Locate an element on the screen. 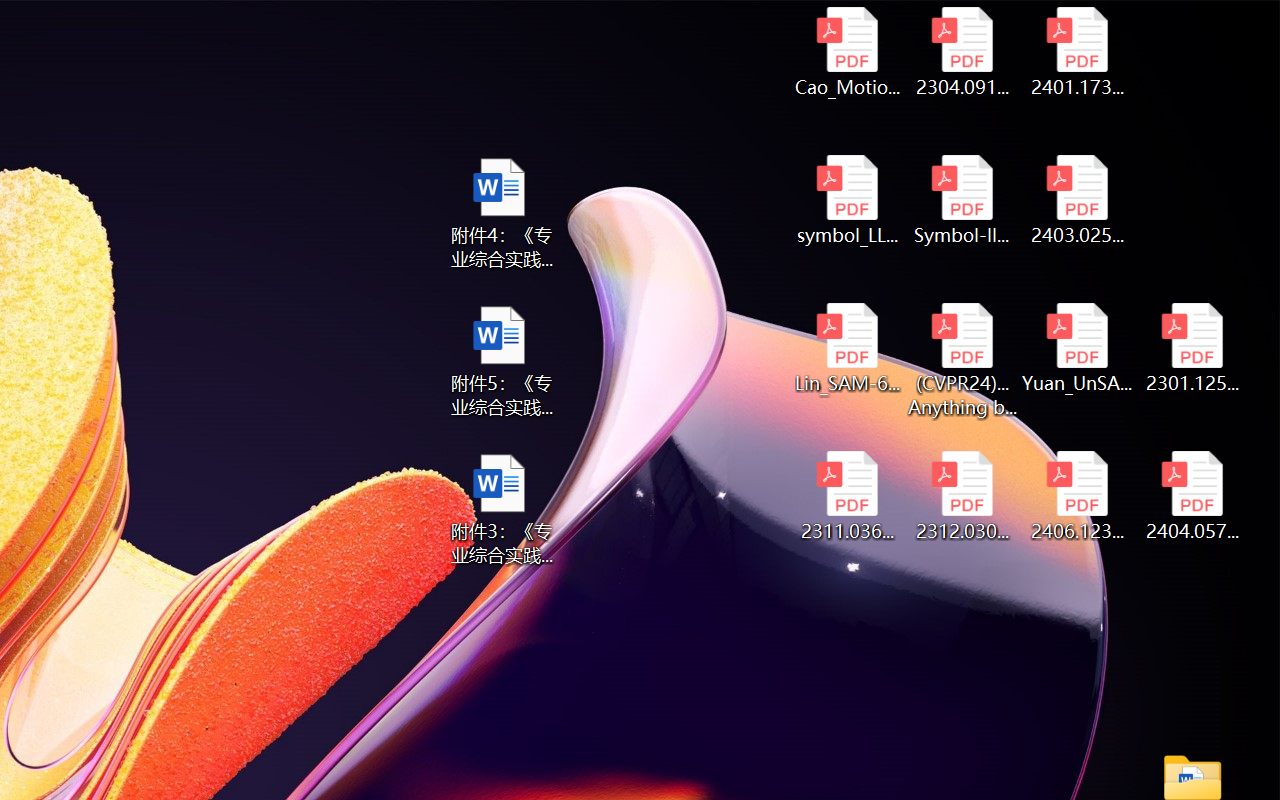 This screenshot has width=1280, height=800. 'symbol_LLM.pdf' is located at coordinates (847, 200).